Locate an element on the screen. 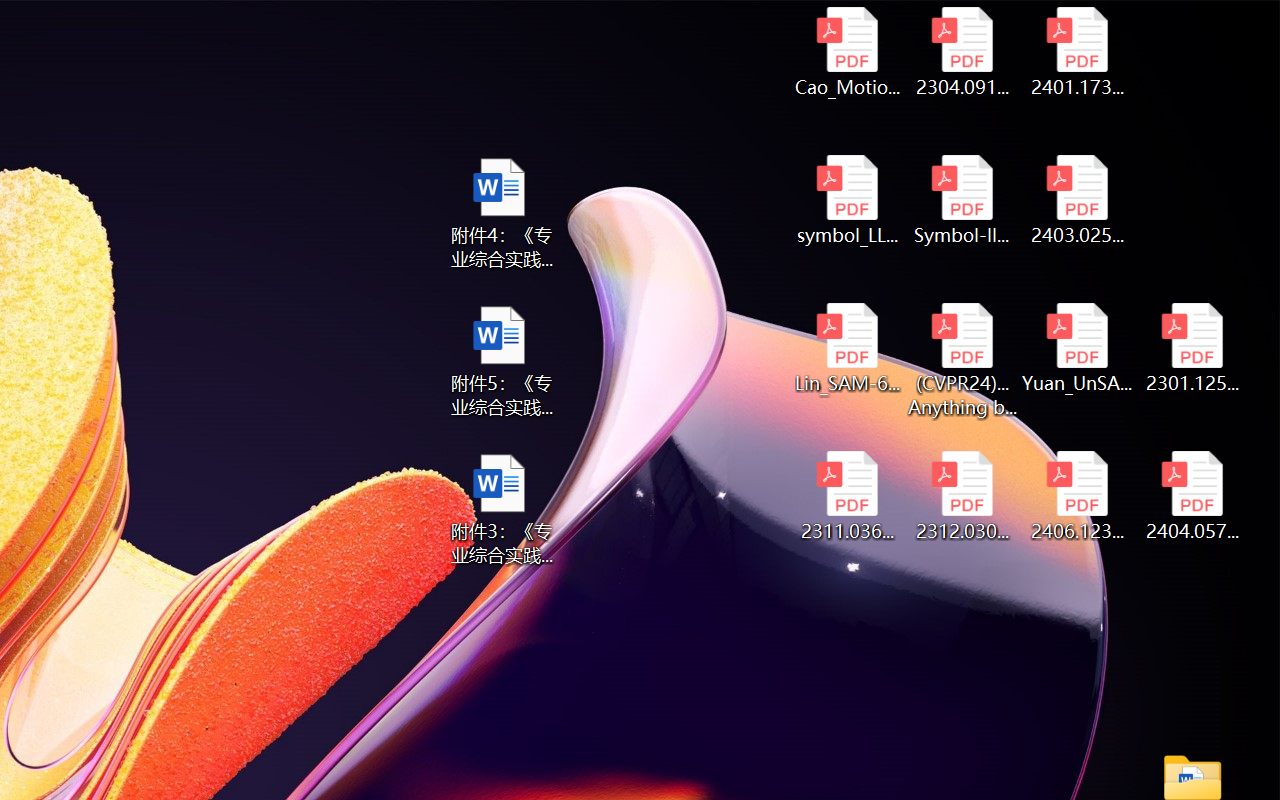 This screenshot has width=1280, height=800. 'symbol_LLM.pdf' is located at coordinates (847, 200).